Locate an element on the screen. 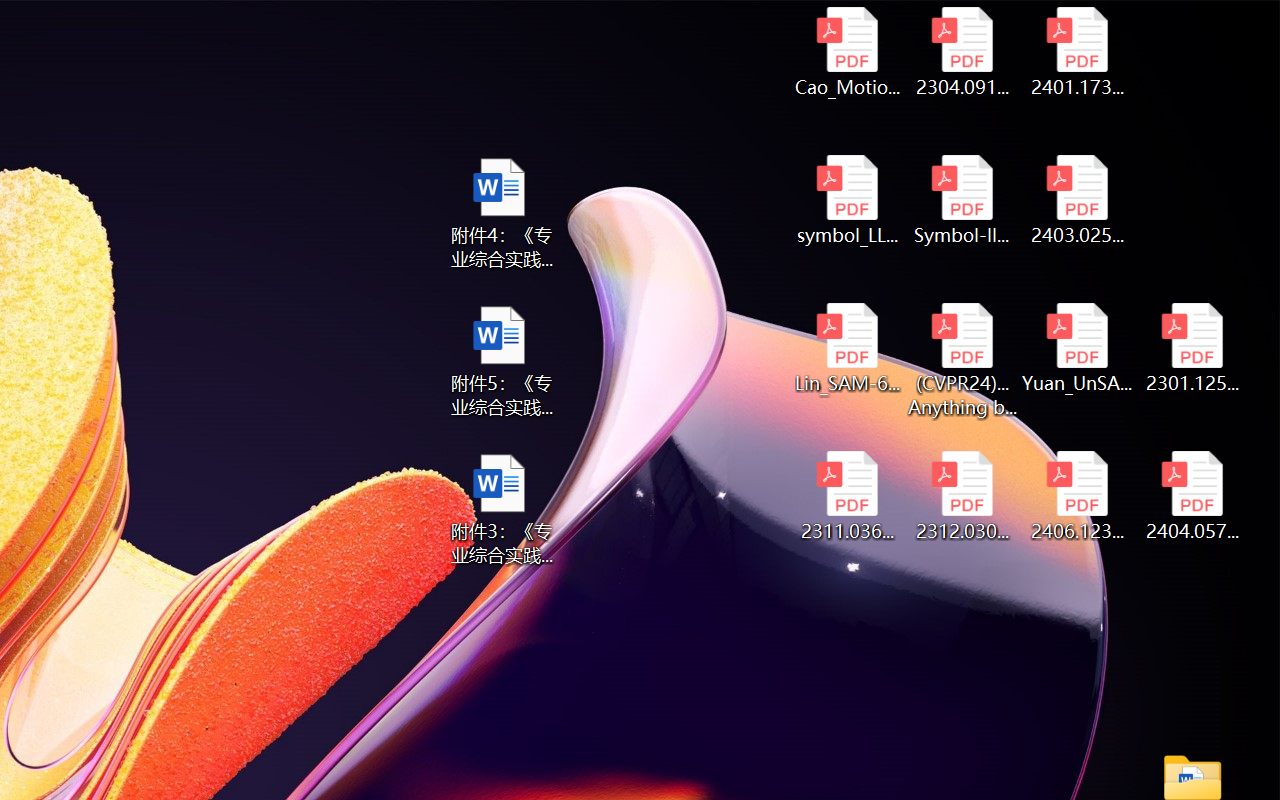 This screenshot has width=1280, height=800. 'symbol_LLM.pdf' is located at coordinates (847, 200).